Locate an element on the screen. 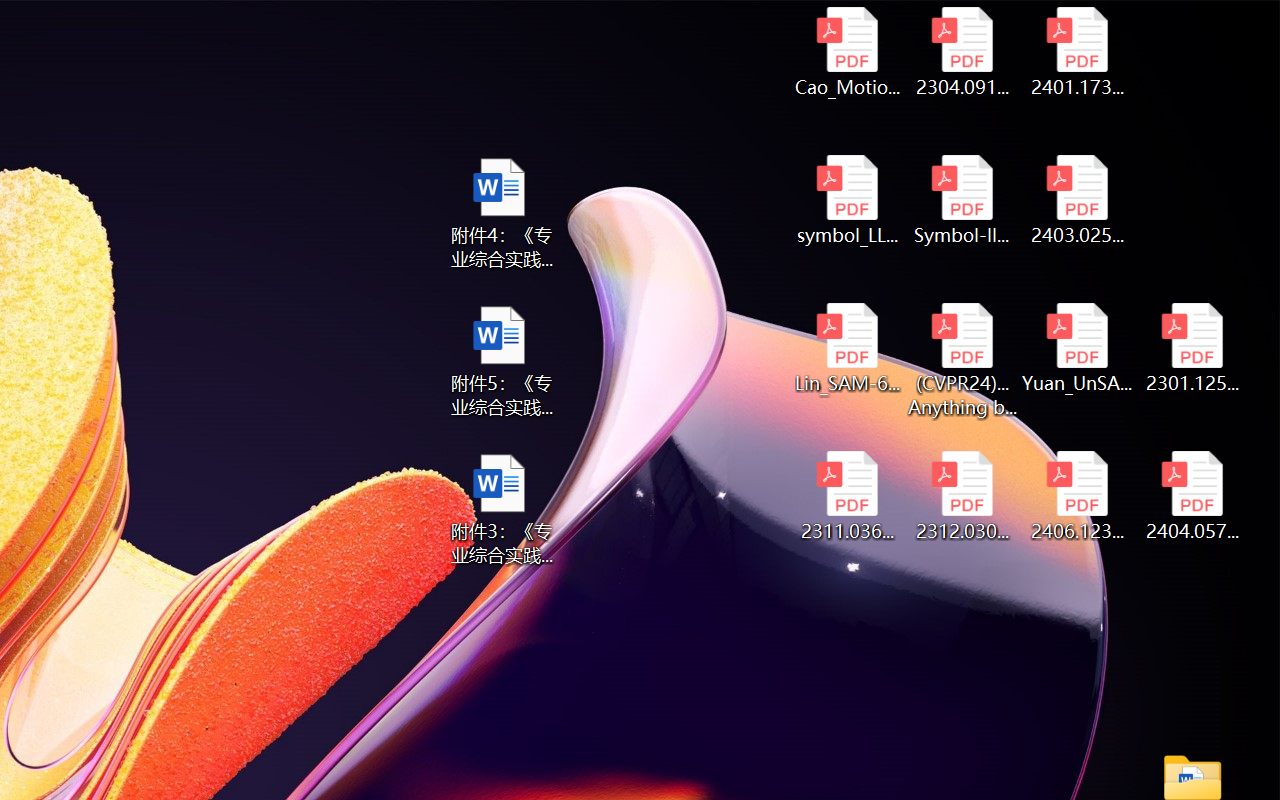 This screenshot has width=1280, height=800. 'symbol_LLM.pdf' is located at coordinates (847, 200).